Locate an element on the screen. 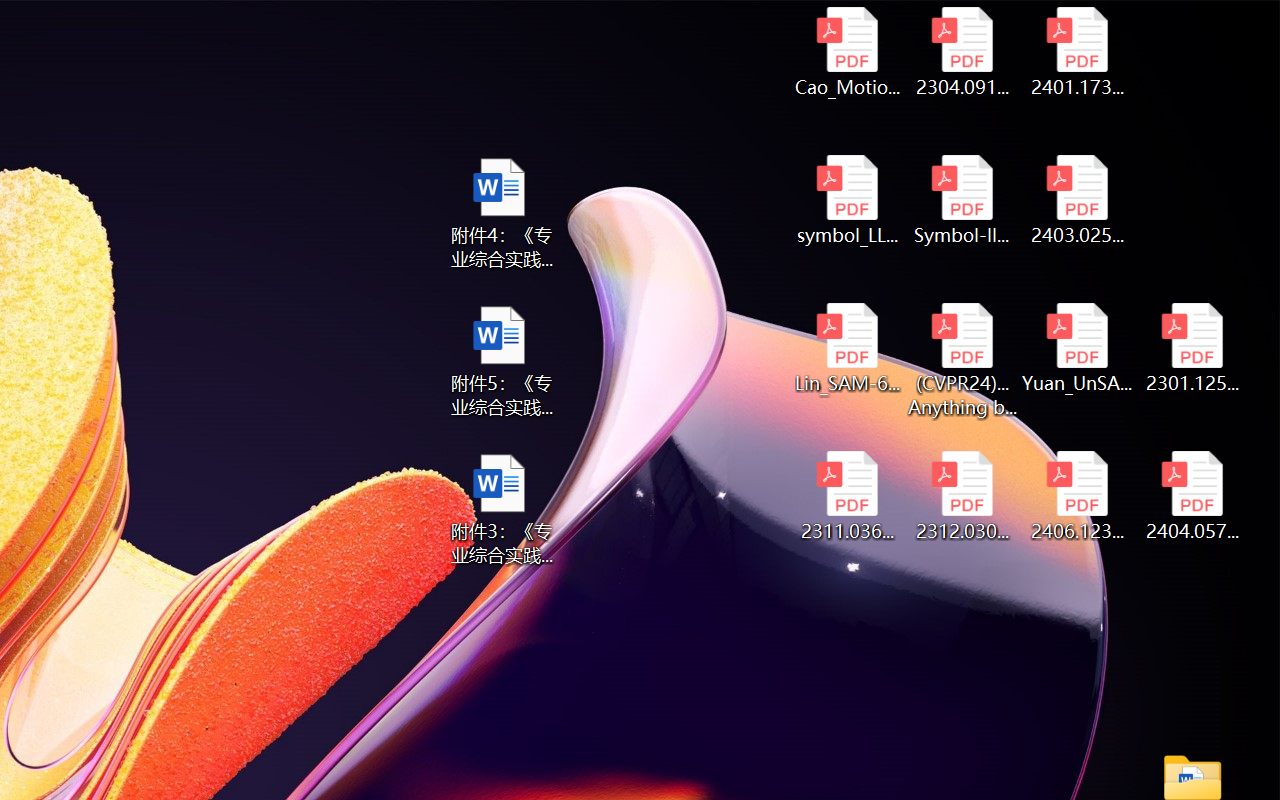 This screenshot has width=1280, height=800. 'symbol_LLM.pdf' is located at coordinates (847, 200).